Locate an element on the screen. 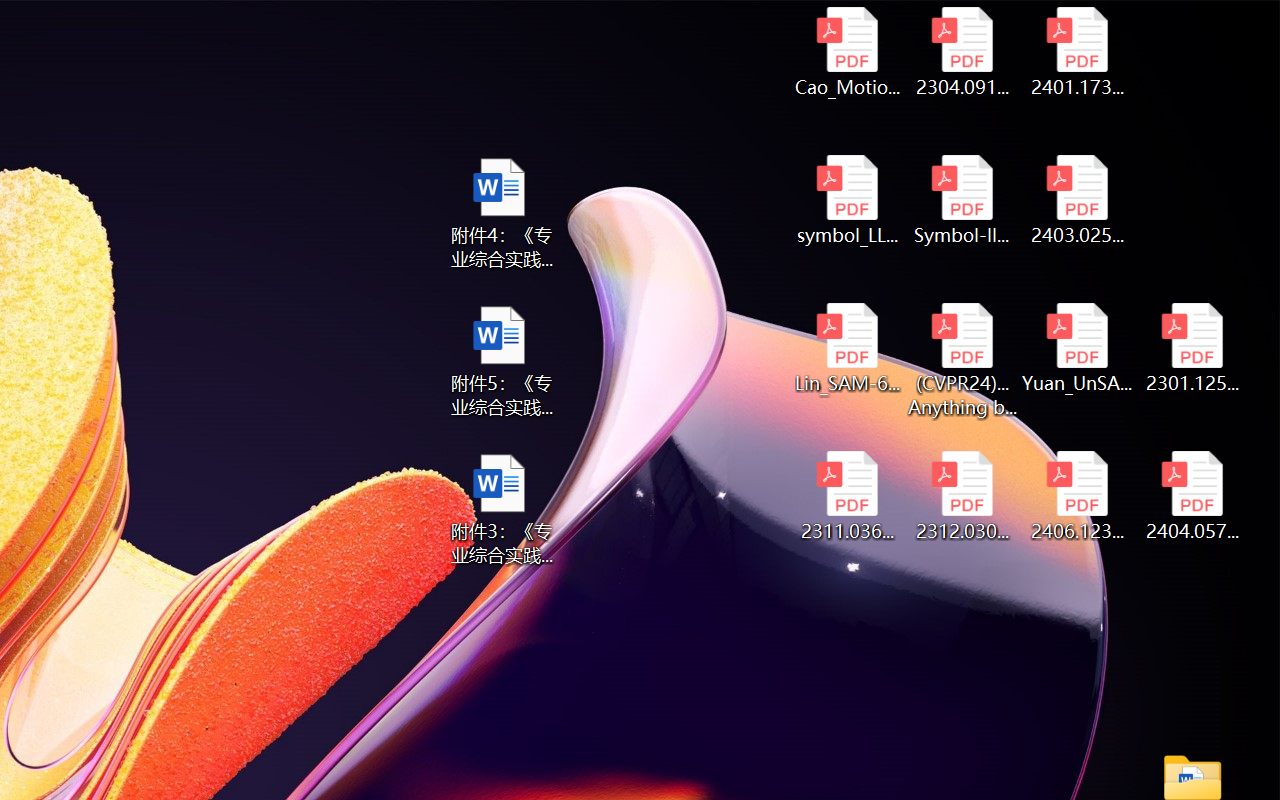 This screenshot has width=1280, height=800. 'symbol_LLM.pdf' is located at coordinates (847, 200).